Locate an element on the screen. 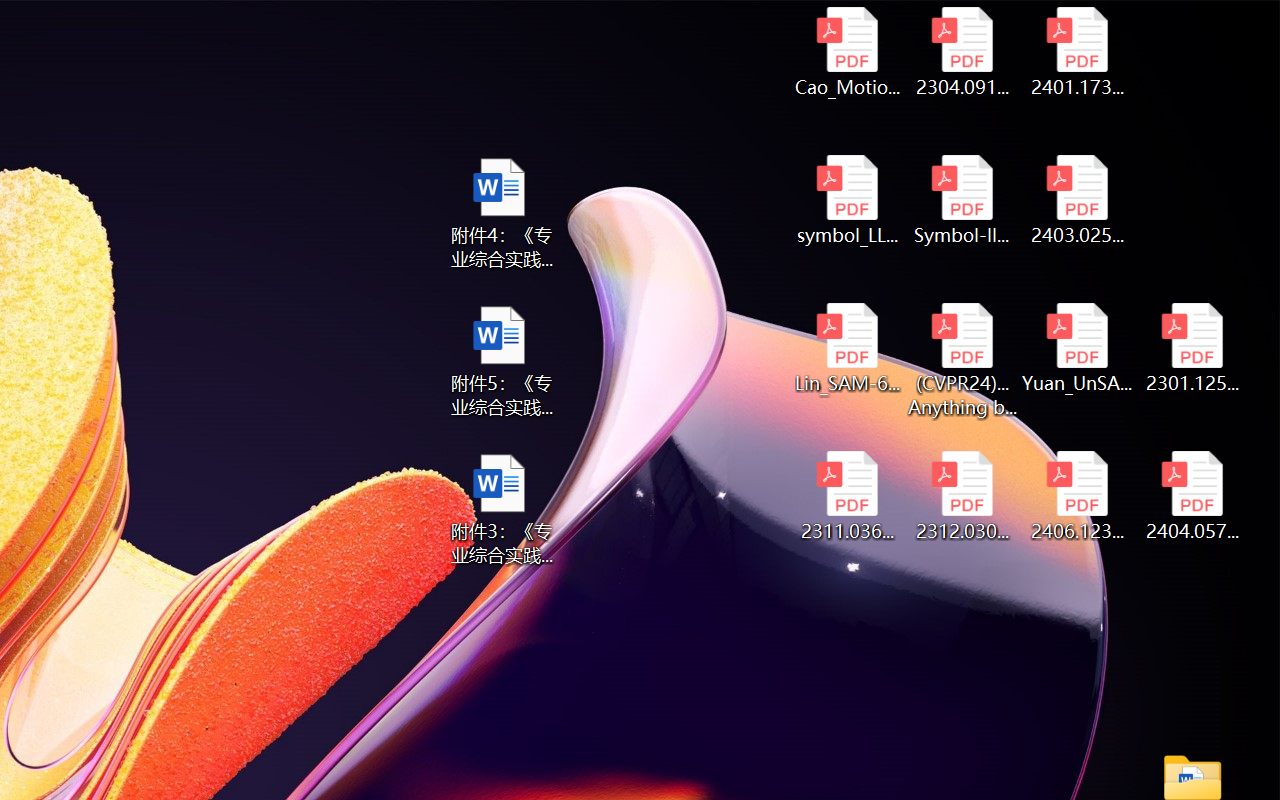 This screenshot has width=1280, height=800. 'symbol_LLM.pdf' is located at coordinates (847, 200).